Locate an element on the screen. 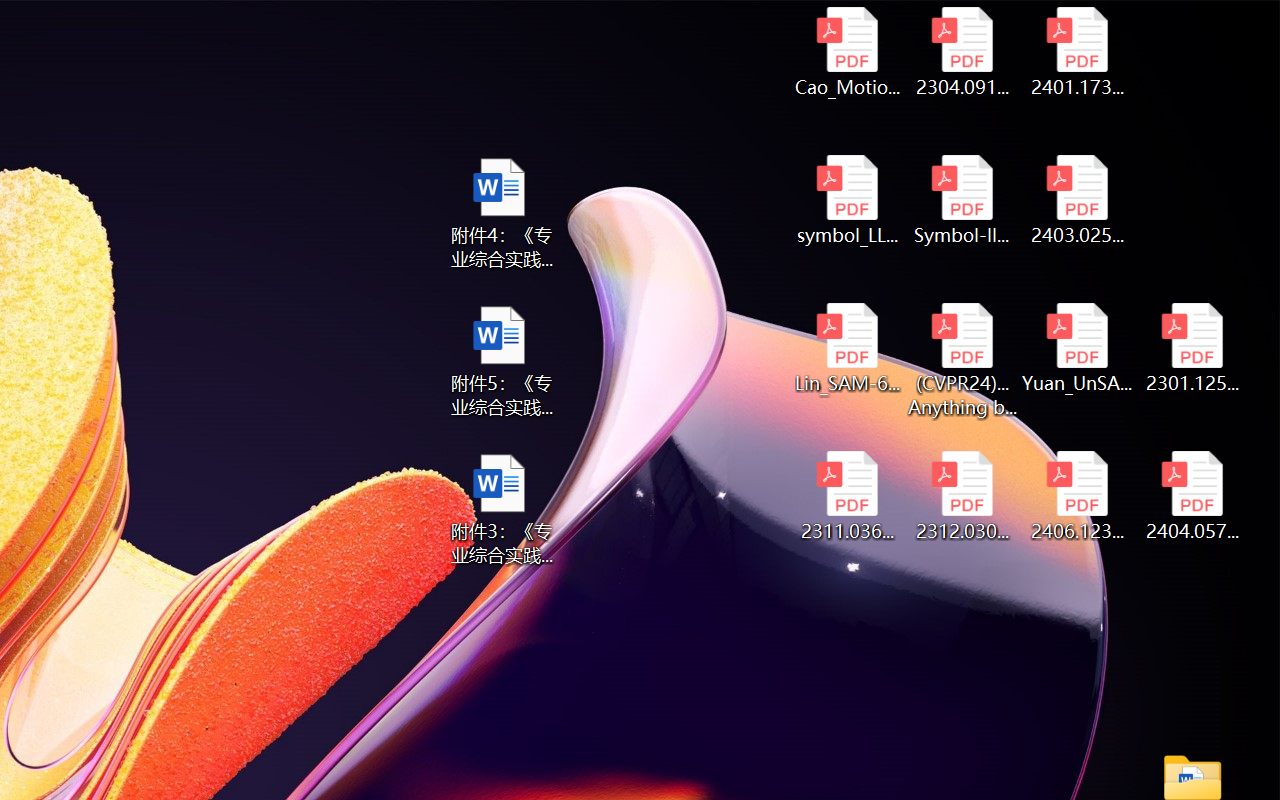 This screenshot has width=1280, height=800. 'symbol_LLM.pdf' is located at coordinates (847, 200).